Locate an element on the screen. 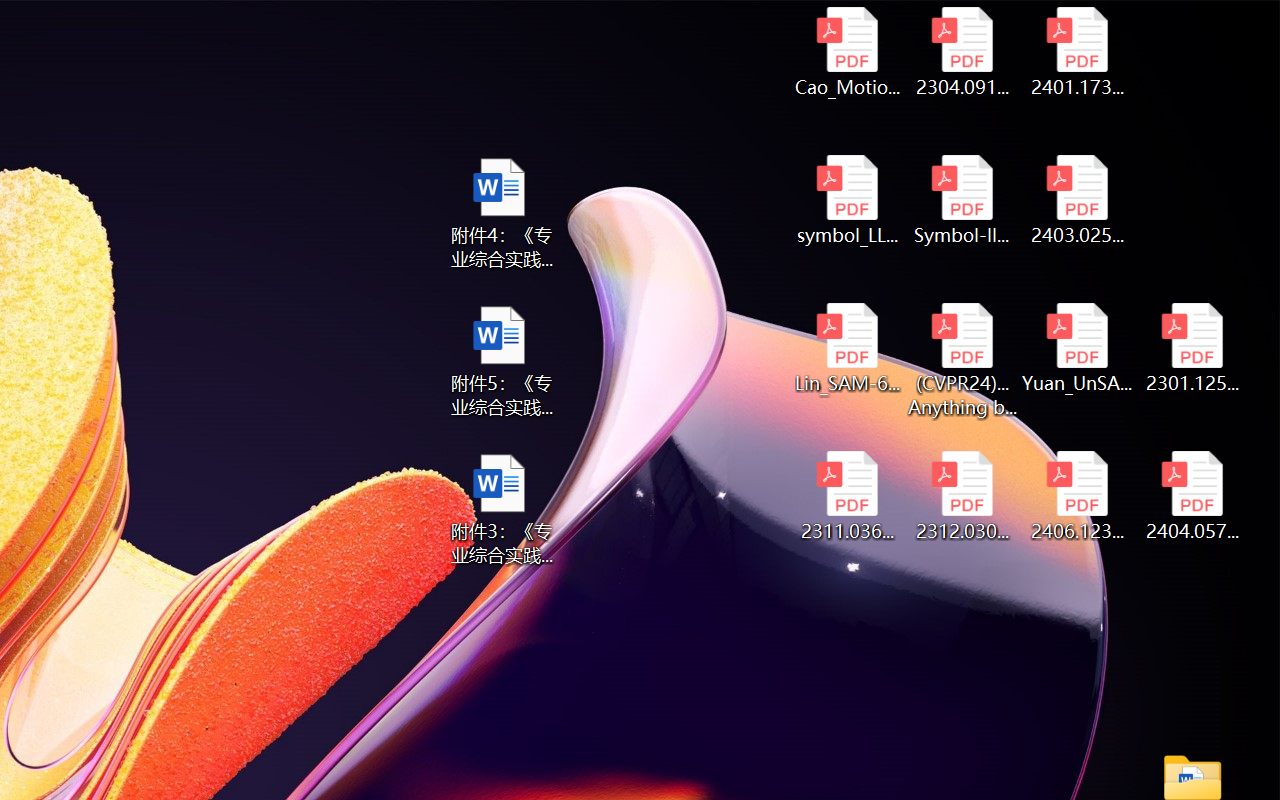 This screenshot has width=1280, height=800. 'symbol_LLM.pdf' is located at coordinates (847, 200).